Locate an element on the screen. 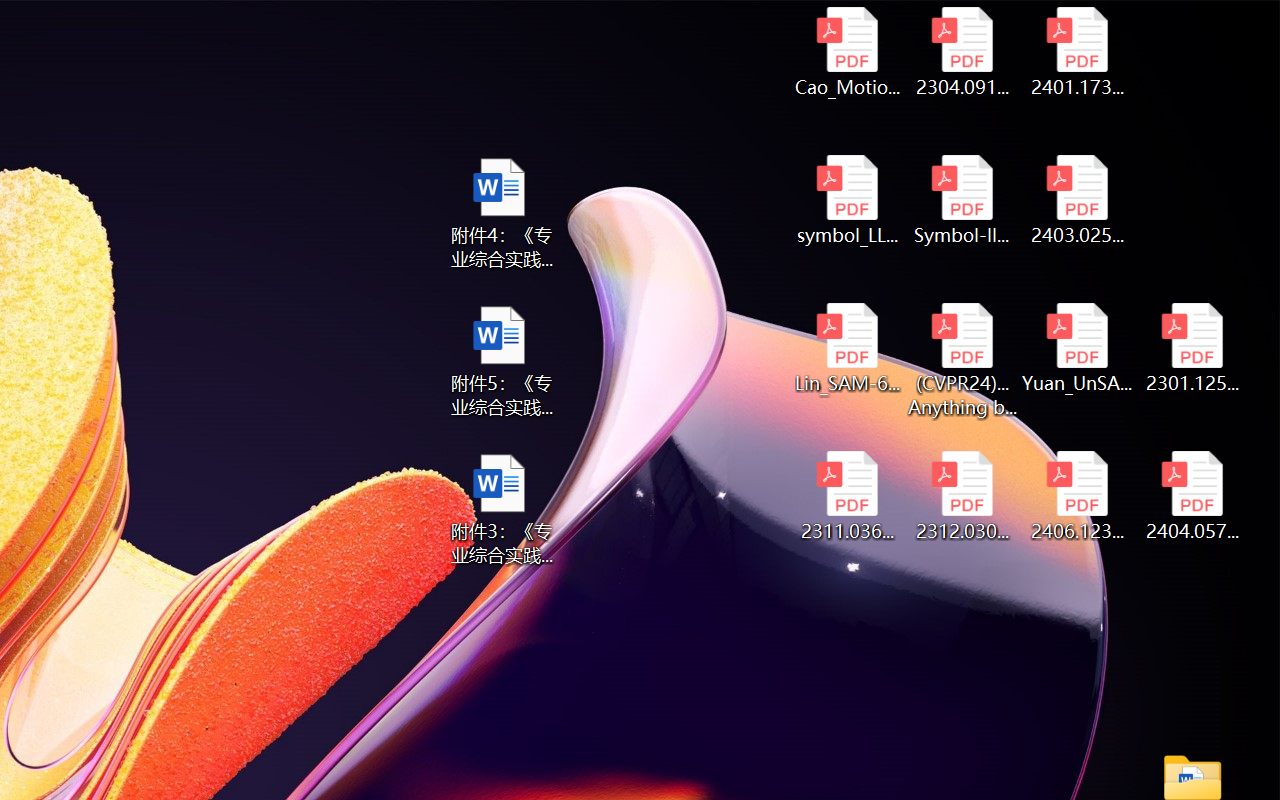 This screenshot has width=1280, height=800. 'symbol_LLM.pdf' is located at coordinates (847, 200).